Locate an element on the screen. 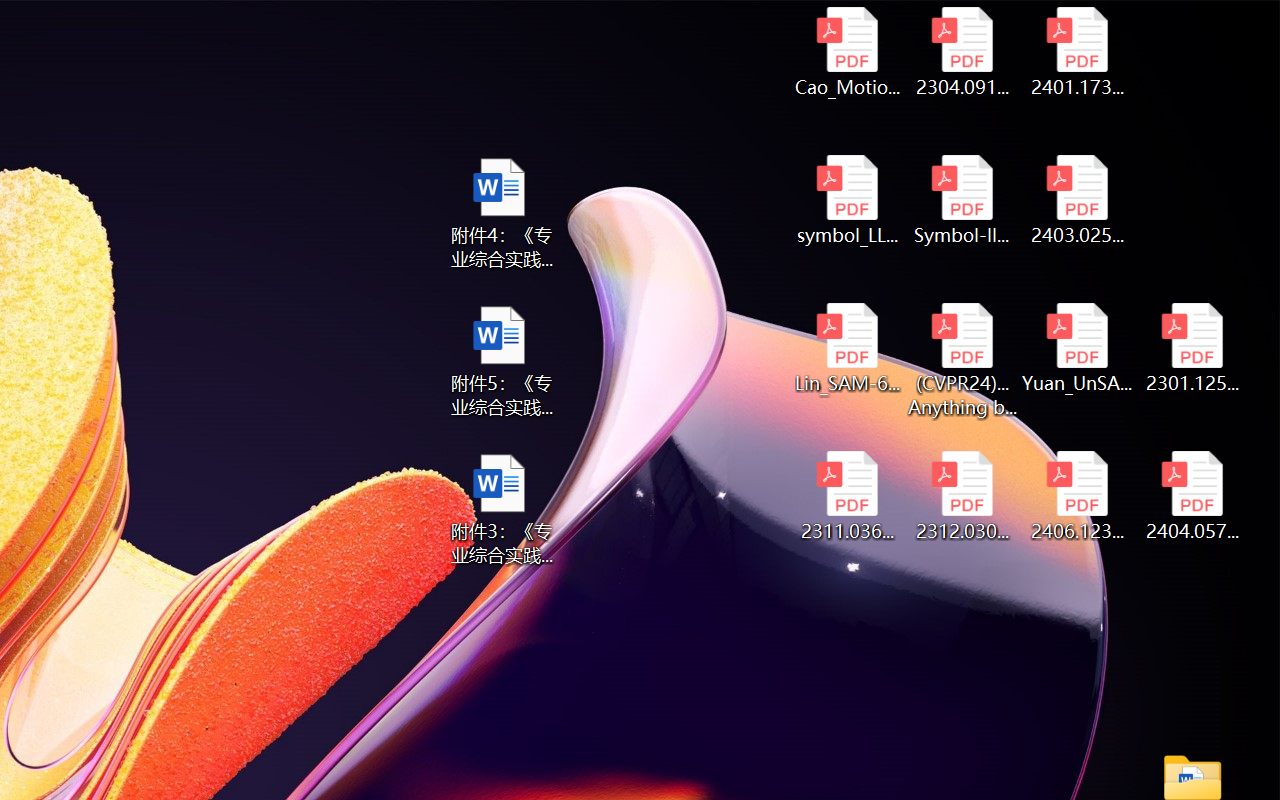 This screenshot has width=1280, height=800. 'symbol_LLM.pdf' is located at coordinates (847, 200).